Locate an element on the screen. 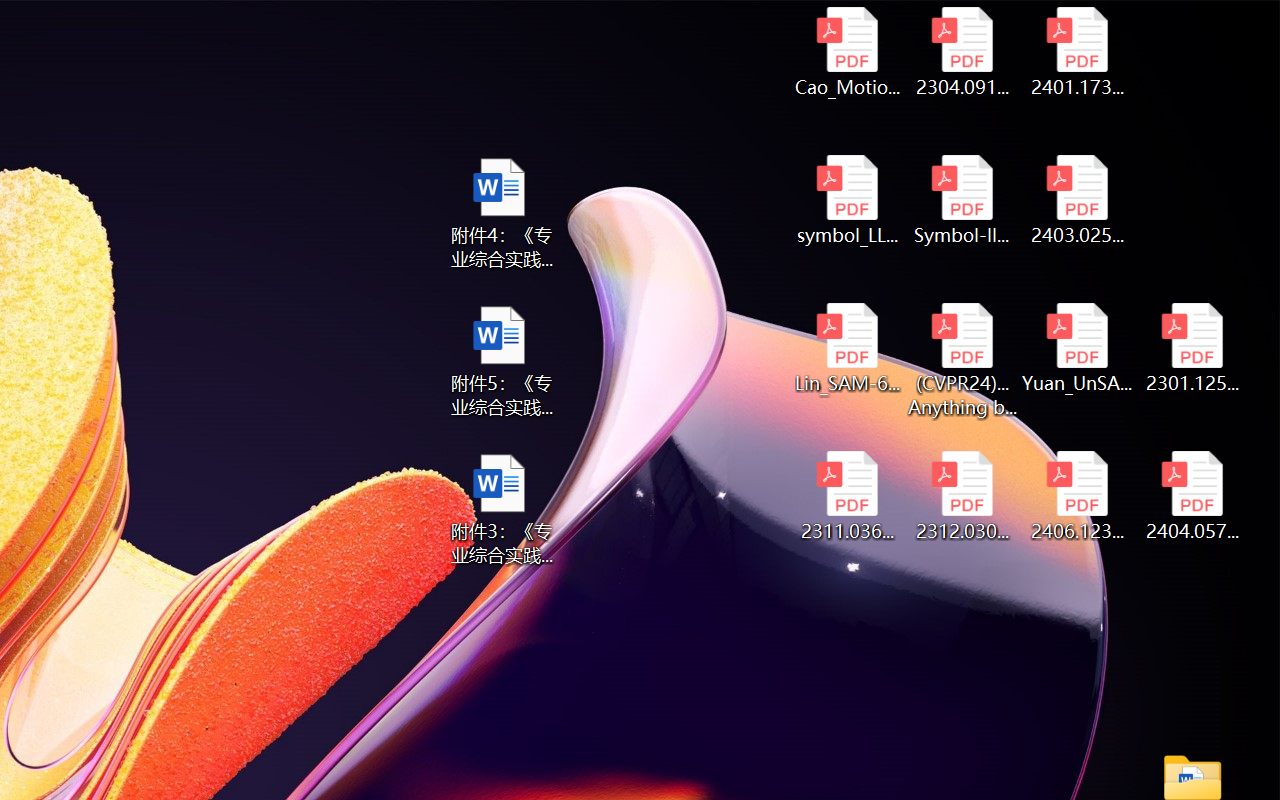 This screenshot has width=1280, height=800. 'symbol_LLM.pdf' is located at coordinates (847, 200).